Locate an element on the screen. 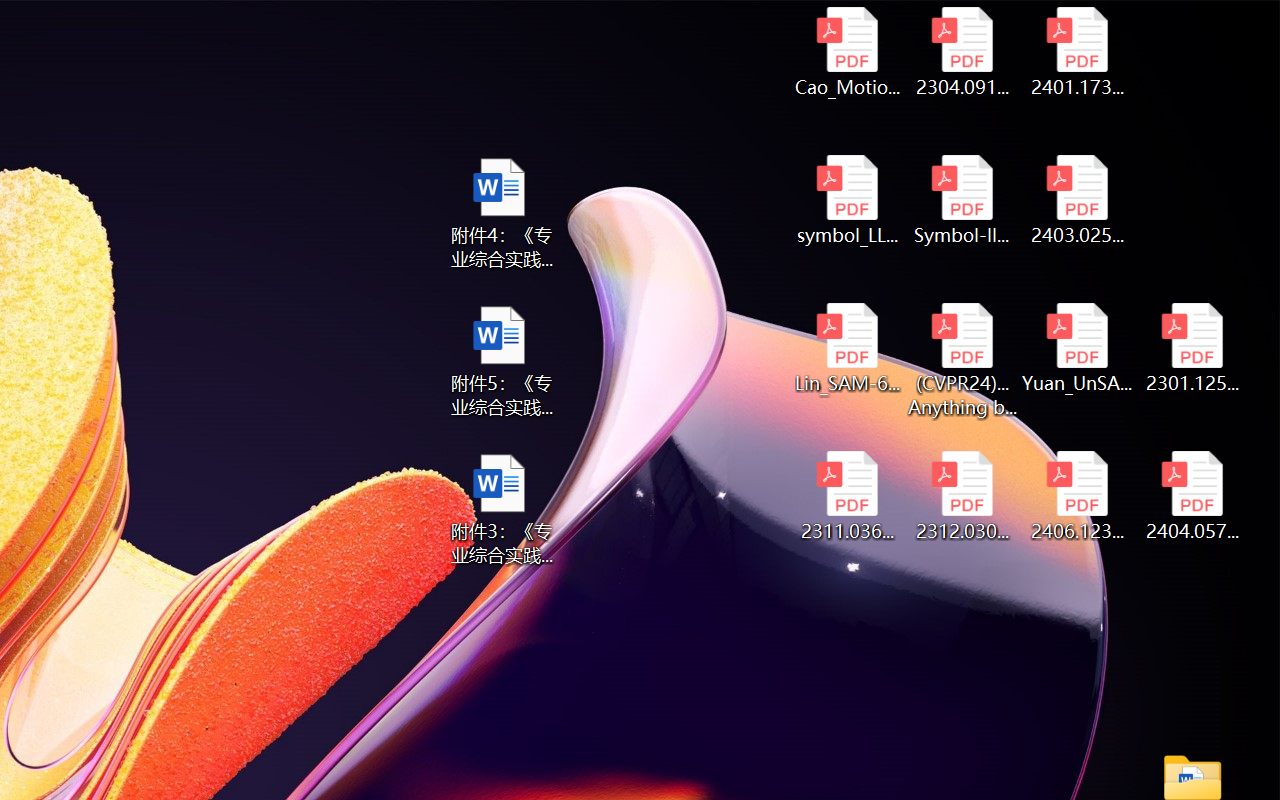 This screenshot has width=1280, height=800. 'symbol_LLM.pdf' is located at coordinates (847, 200).